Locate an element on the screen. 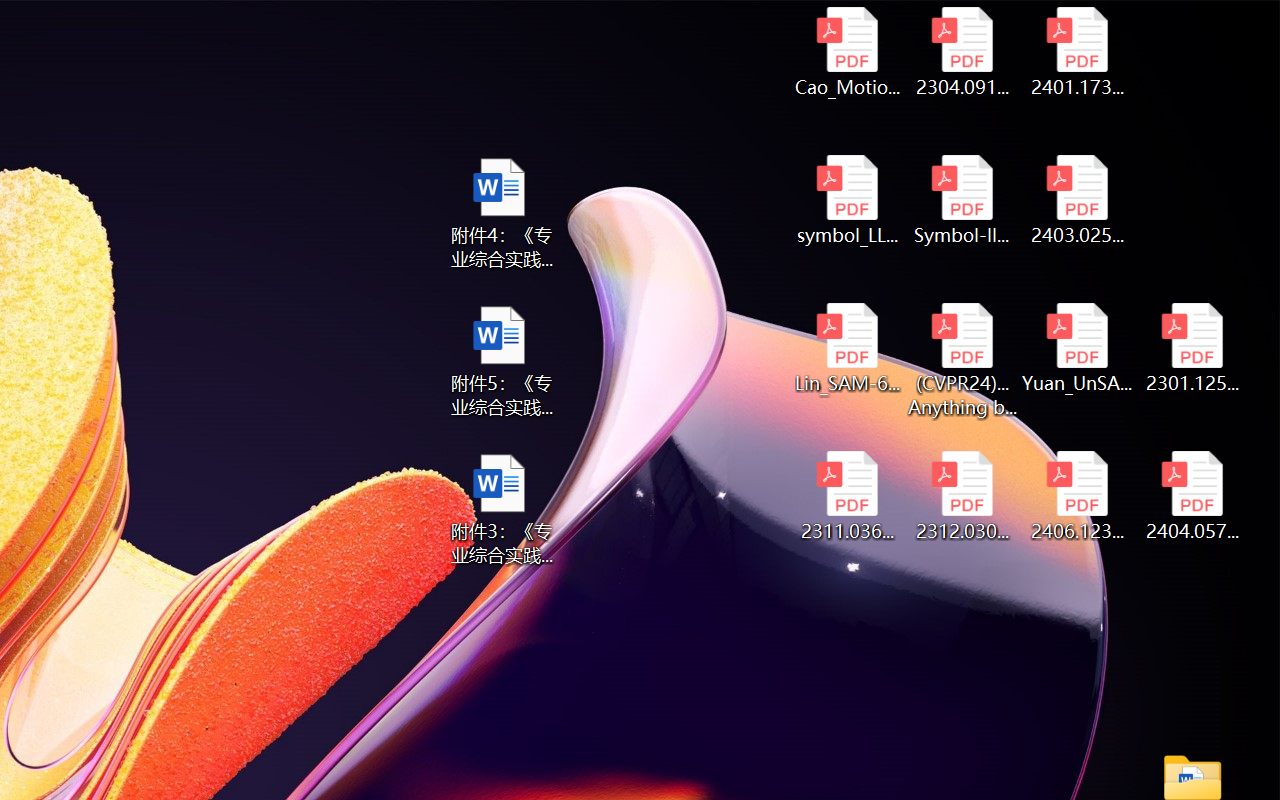 This screenshot has width=1280, height=800. 'symbol_LLM.pdf' is located at coordinates (847, 200).